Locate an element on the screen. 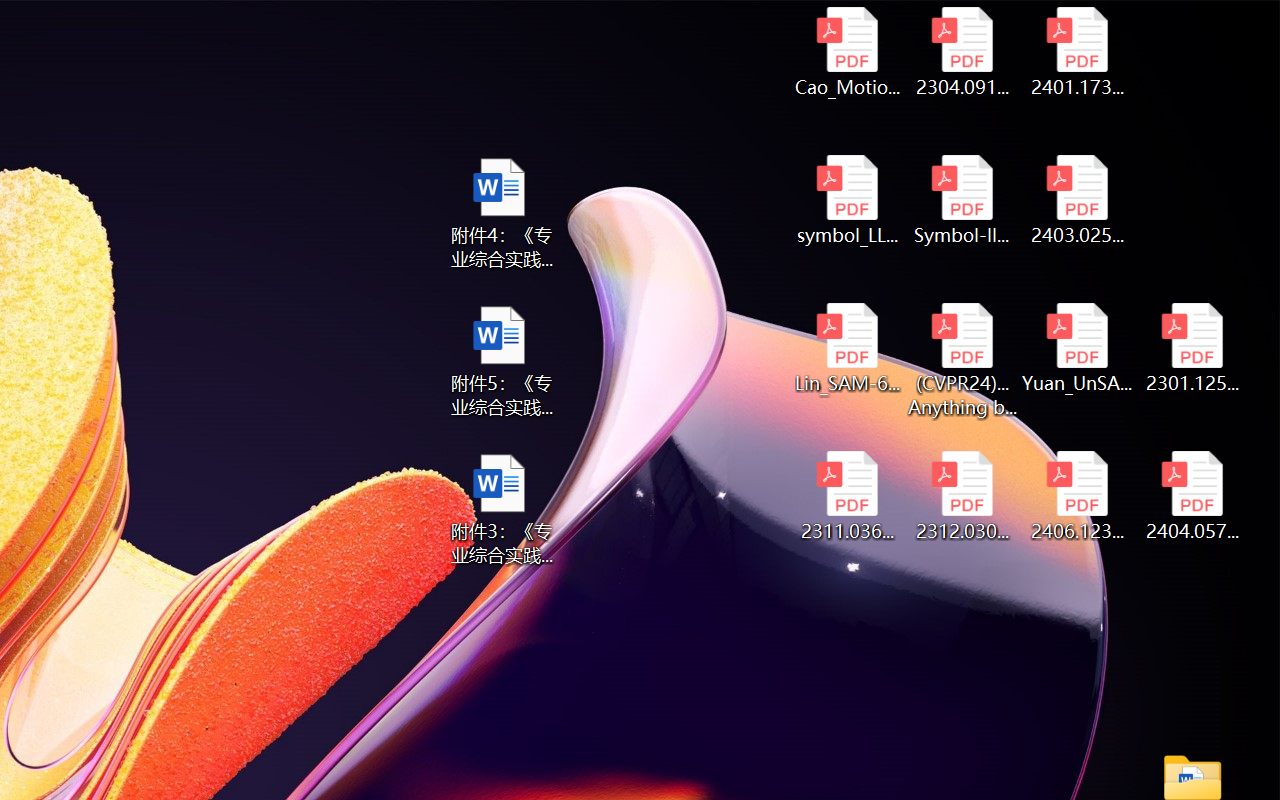 This screenshot has width=1280, height=800. 'symbol_LLM.pdf' is located at coordinates (847, 200).